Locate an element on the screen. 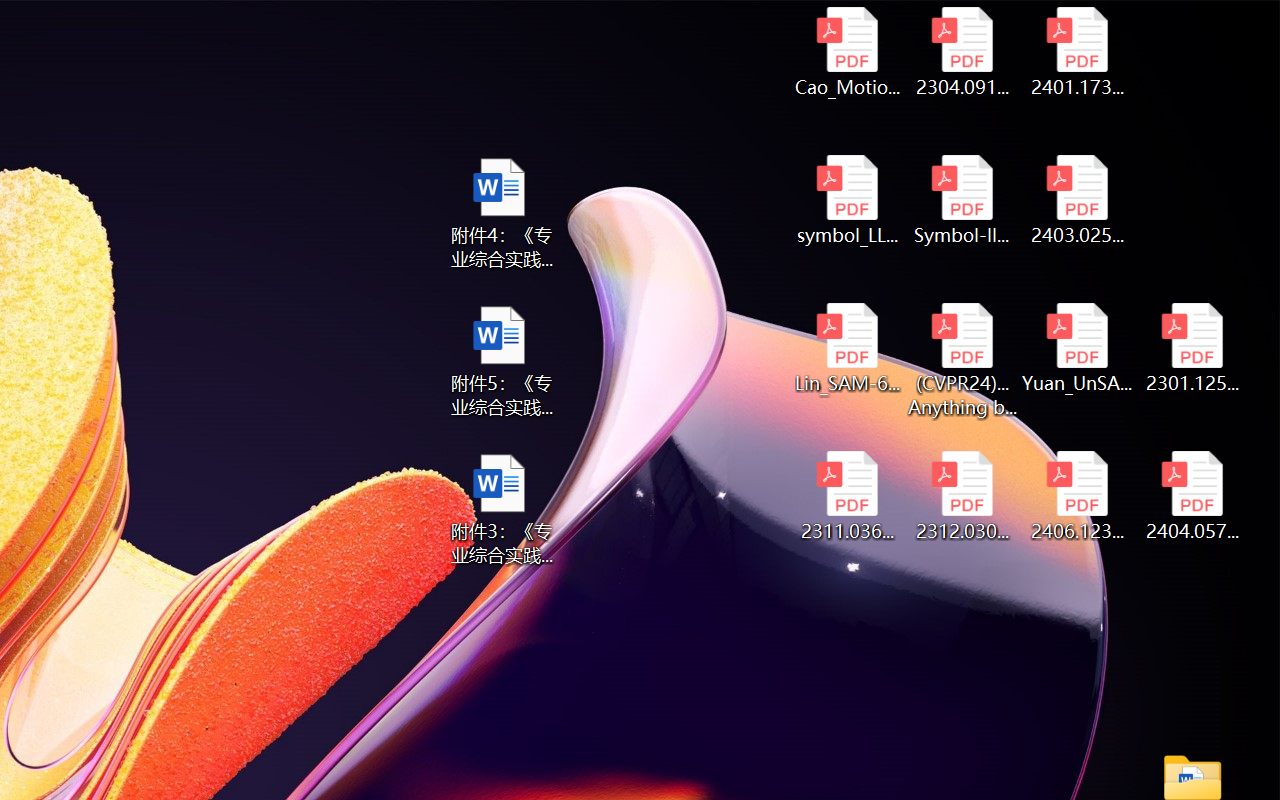 This screenshot has width=1280, height=800. 'symbol_LLM.pdf' is located at coordinates (847, 200).